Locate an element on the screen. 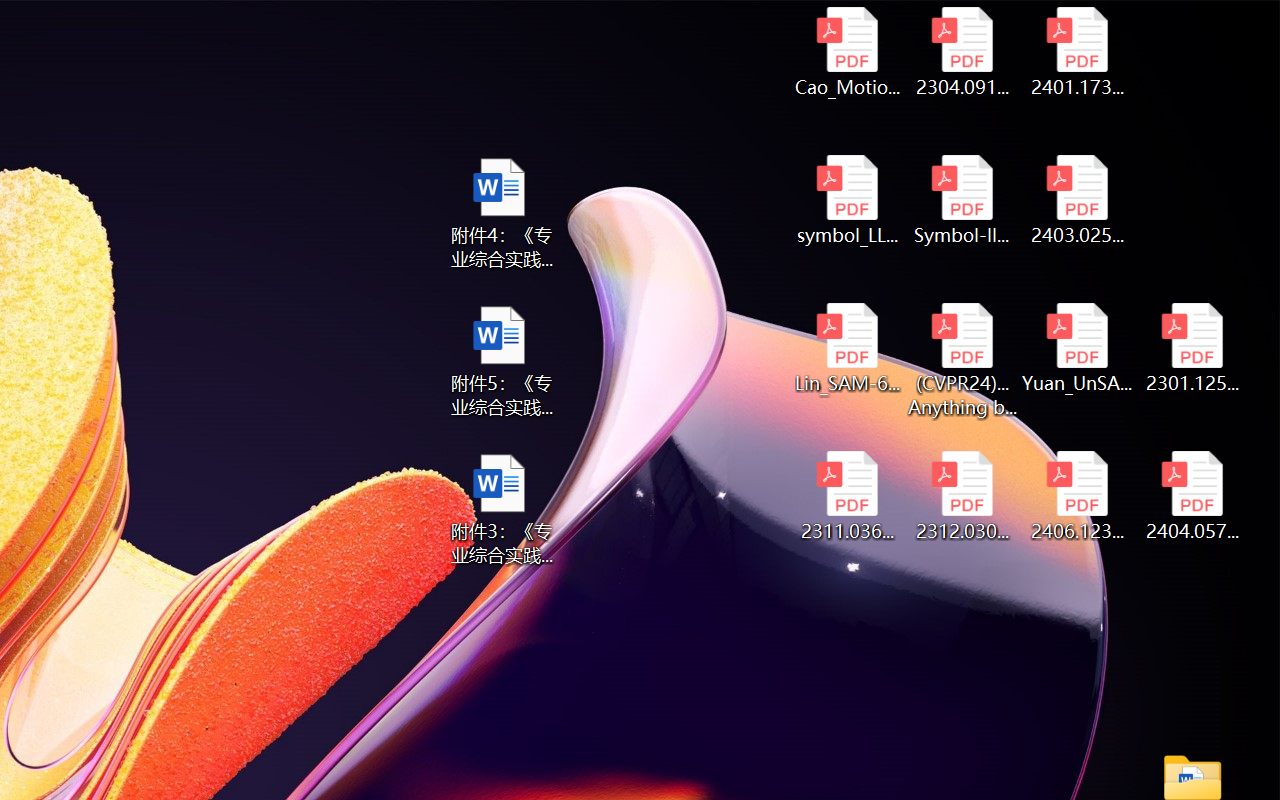 This screenshot has width=1280, height=800. 'symbol_LLM.pdf' is located at coordinates (847, 200).